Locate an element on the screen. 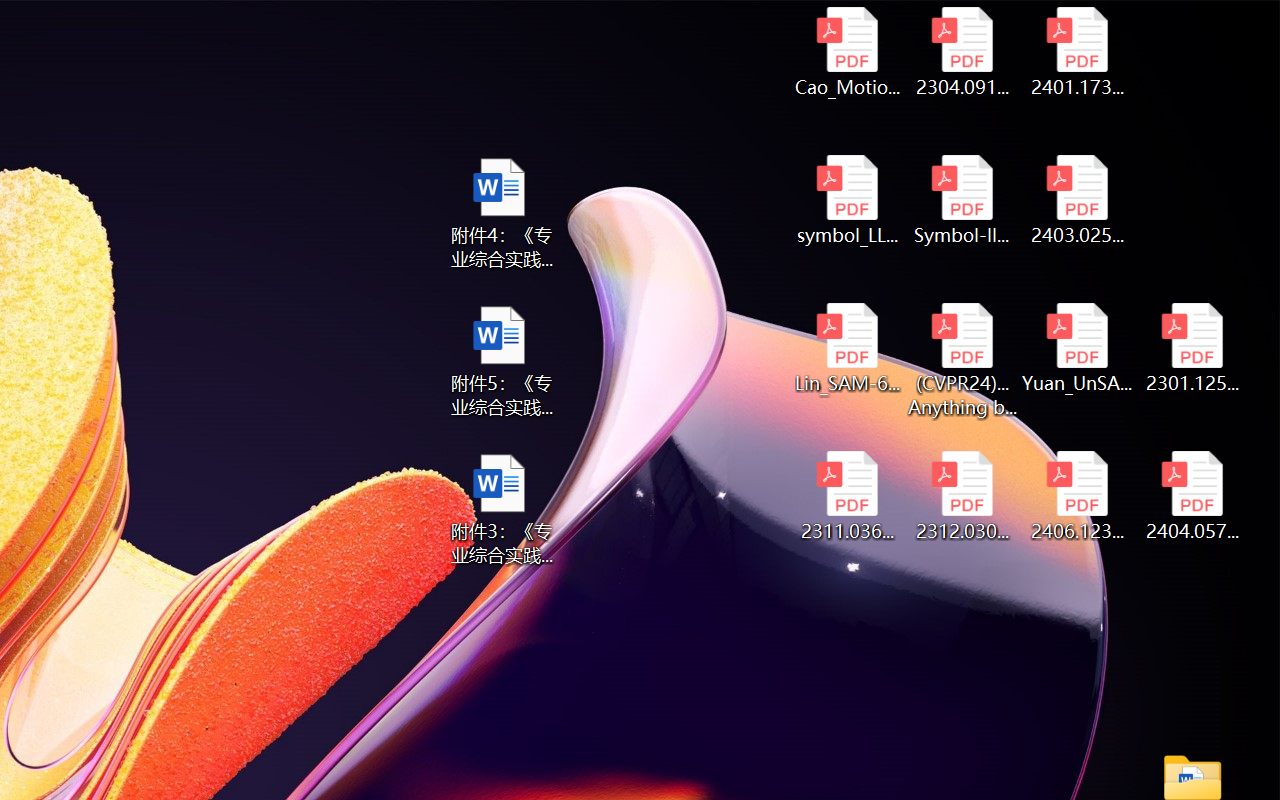 This screenshot has width=1280, height=800. 'symbol_LLM.pdf' is located at coordinates (847, 200).